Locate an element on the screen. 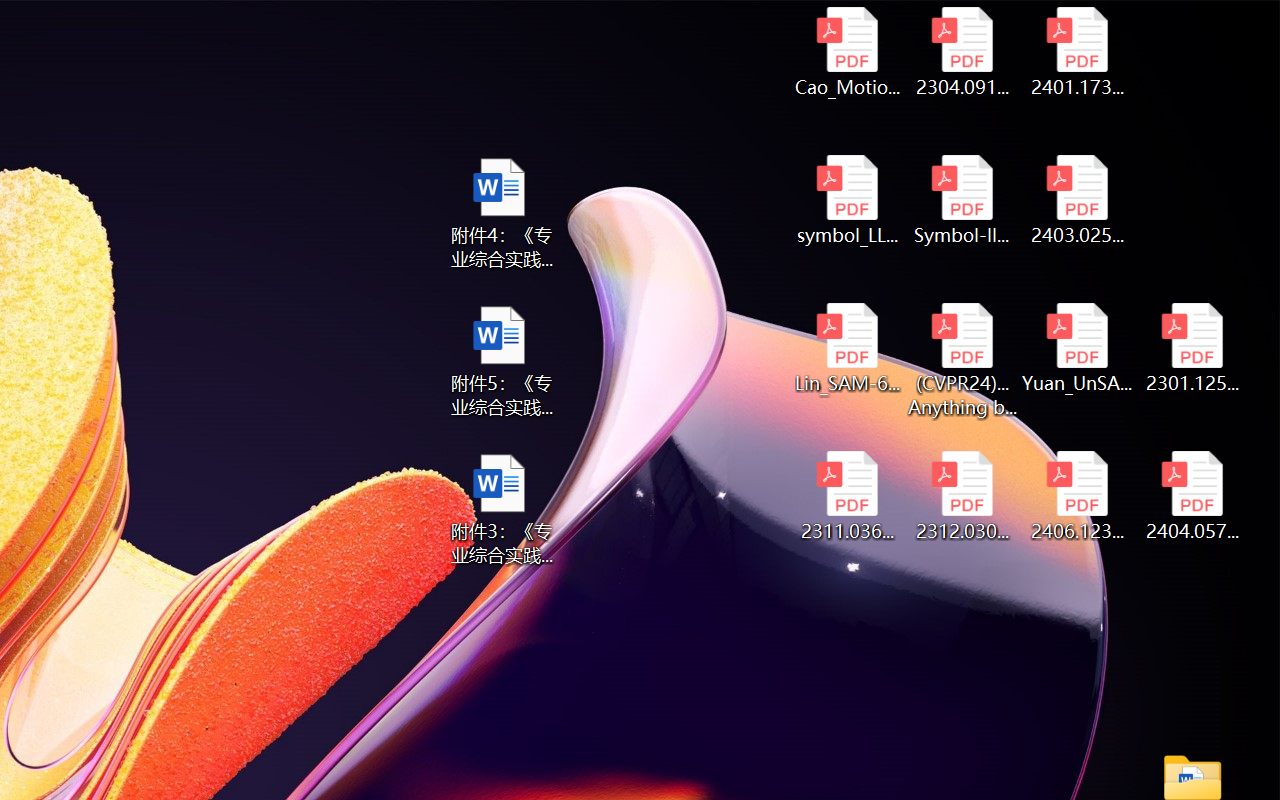 This screenshot has width=1280, height=800. 'symbol_LLM.pdf' is located at coordinates (847, 200).